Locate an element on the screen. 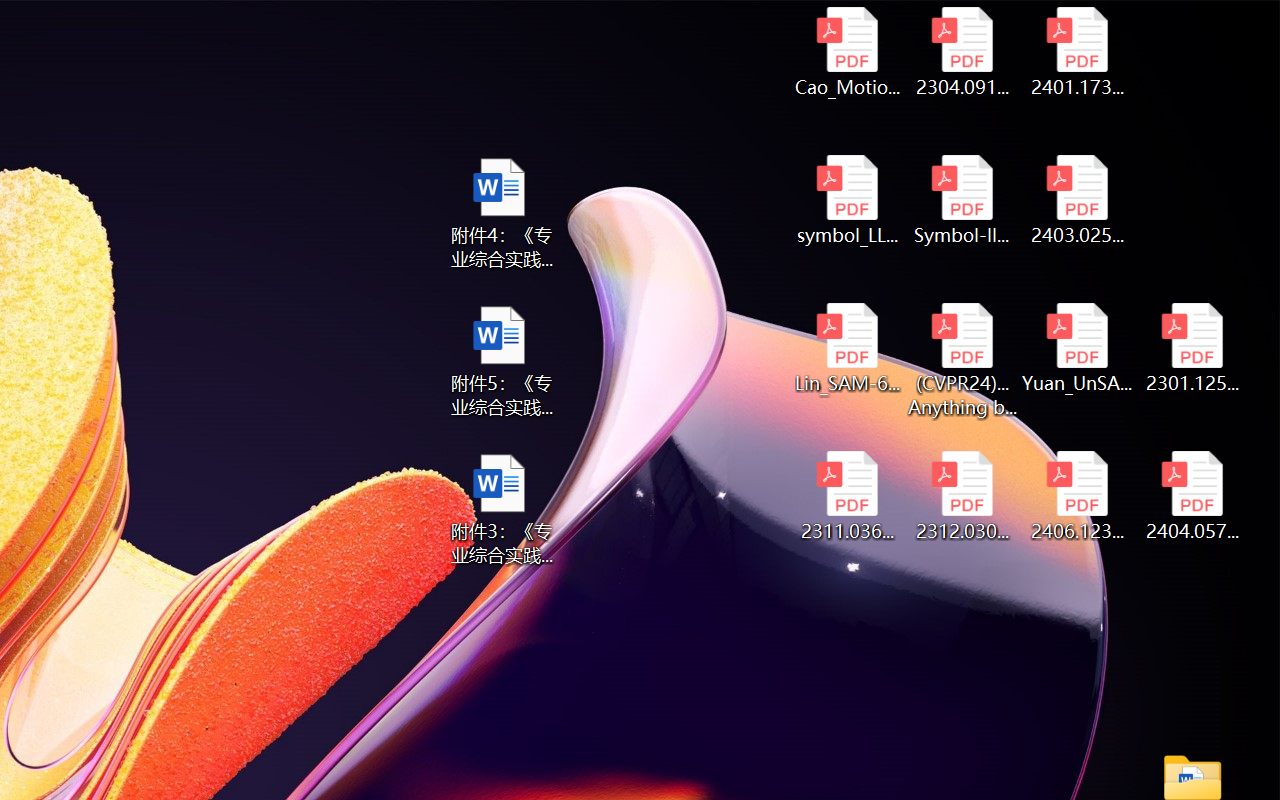 This screenshot has width=1280, height=800. 'symbol_LLM.pdf' is located at coordinates (847, 200).